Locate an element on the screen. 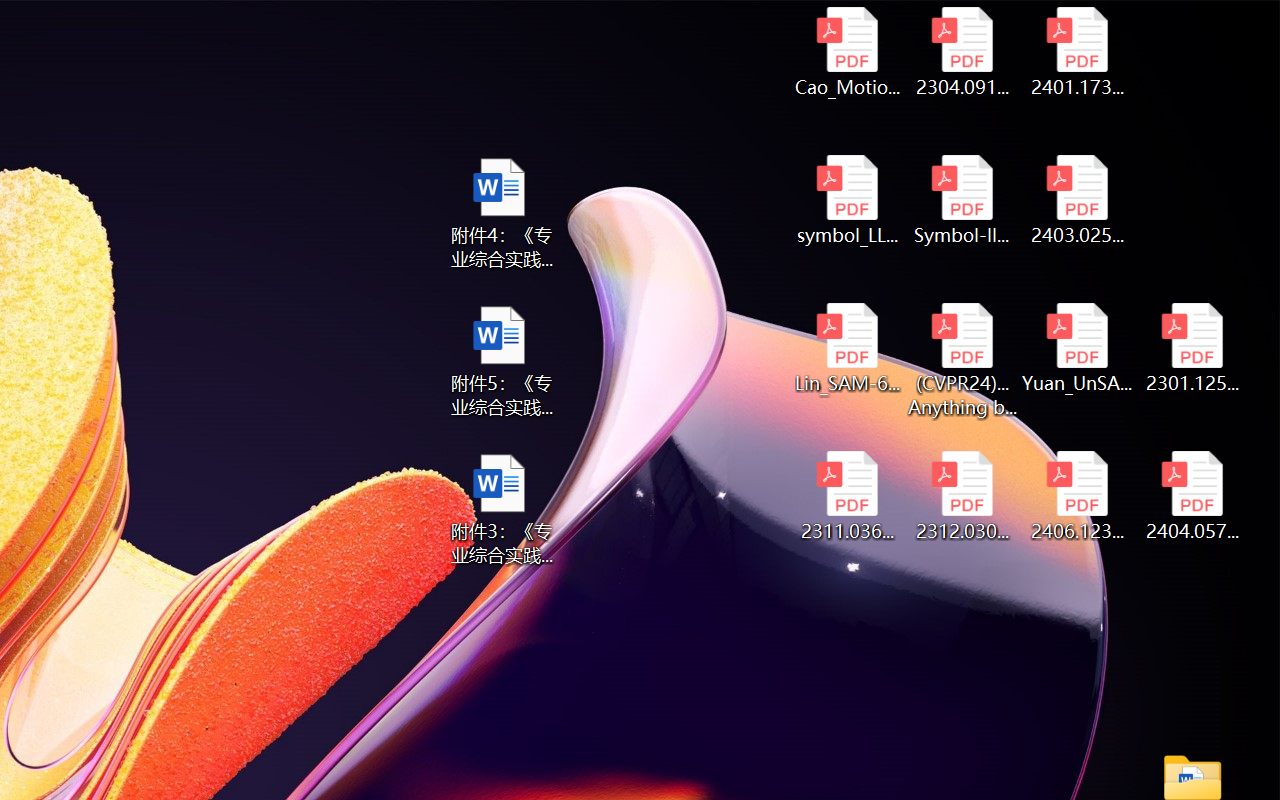 This screenshot has width=1280, height=800. 'symbol_LLM.pdf' is located at coordinates (847, 200).